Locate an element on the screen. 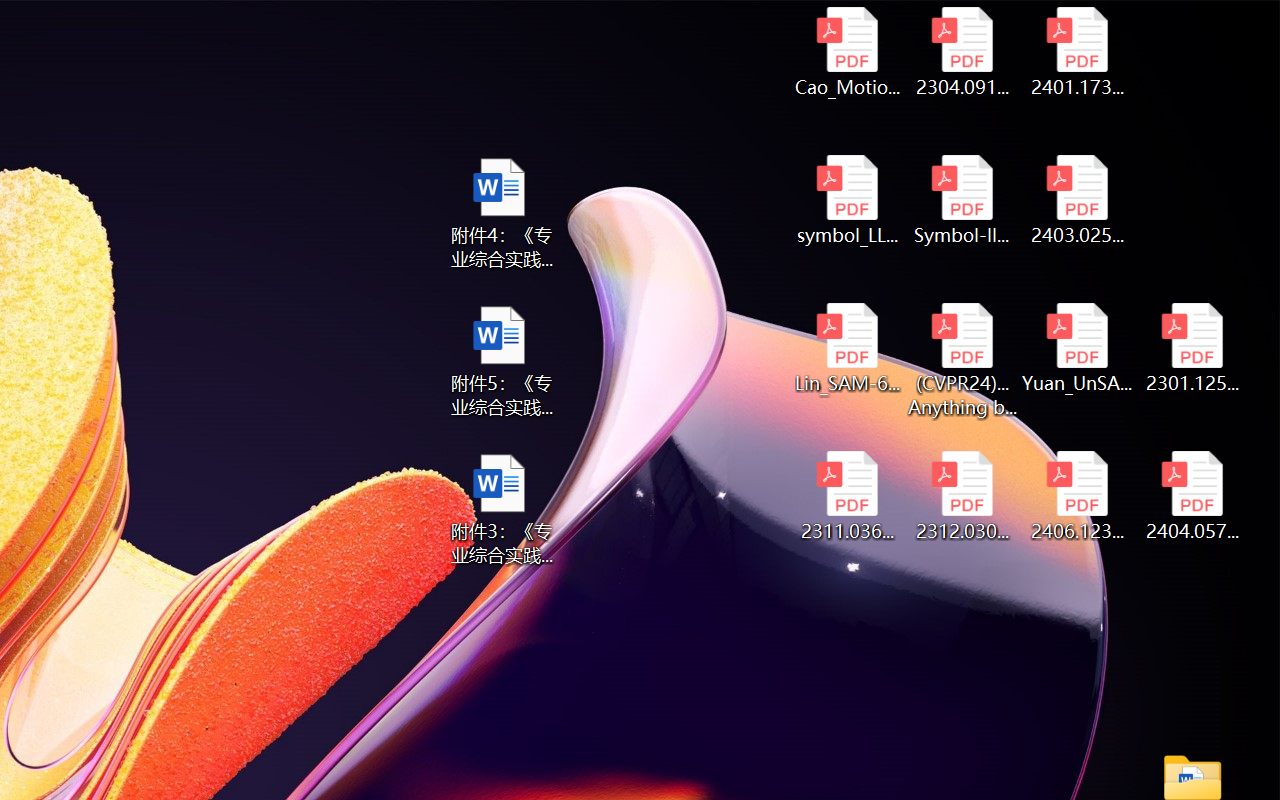 This screenshot has width=1280, height=800. 'symbol_LLM.pdf' is located at coordinates (847, 200).